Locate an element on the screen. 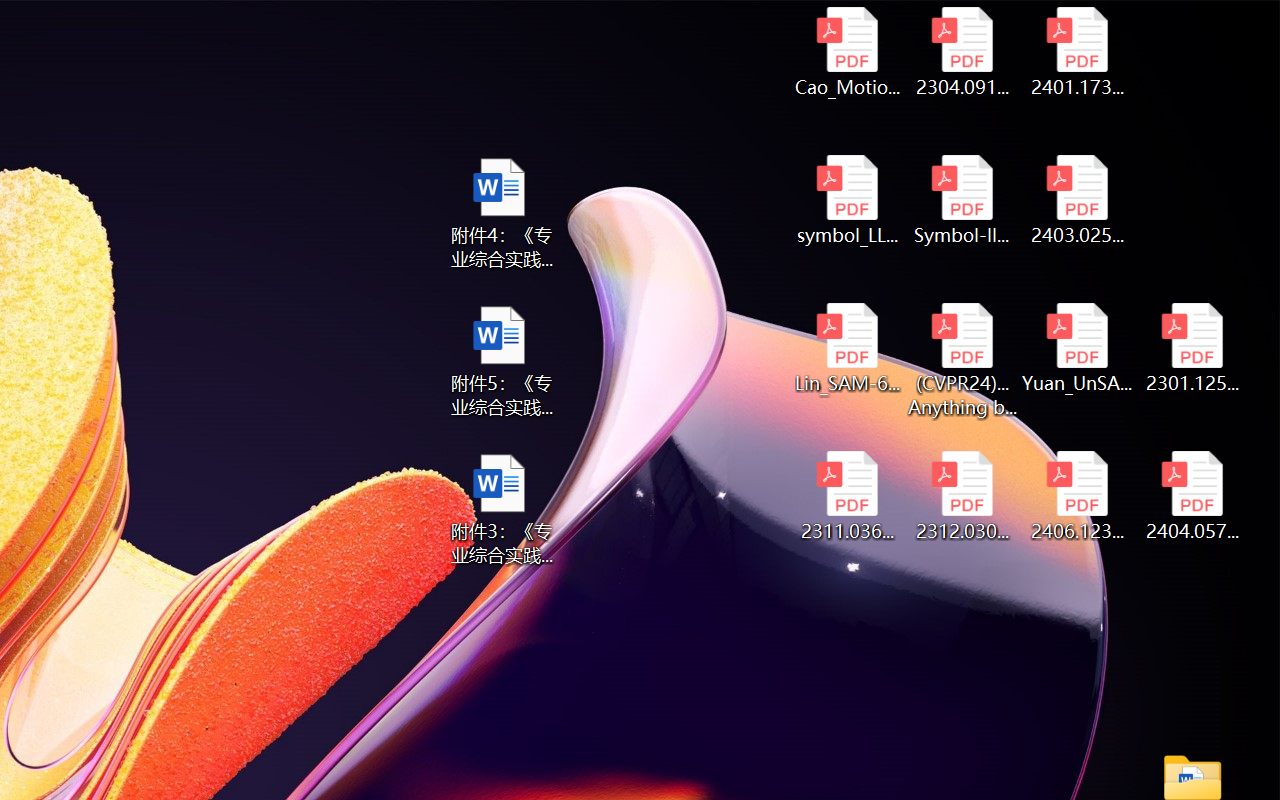 This screenshot has width=1280, height=800. 'symbol_LLM.pdf' is located at coordinates (847, 200).